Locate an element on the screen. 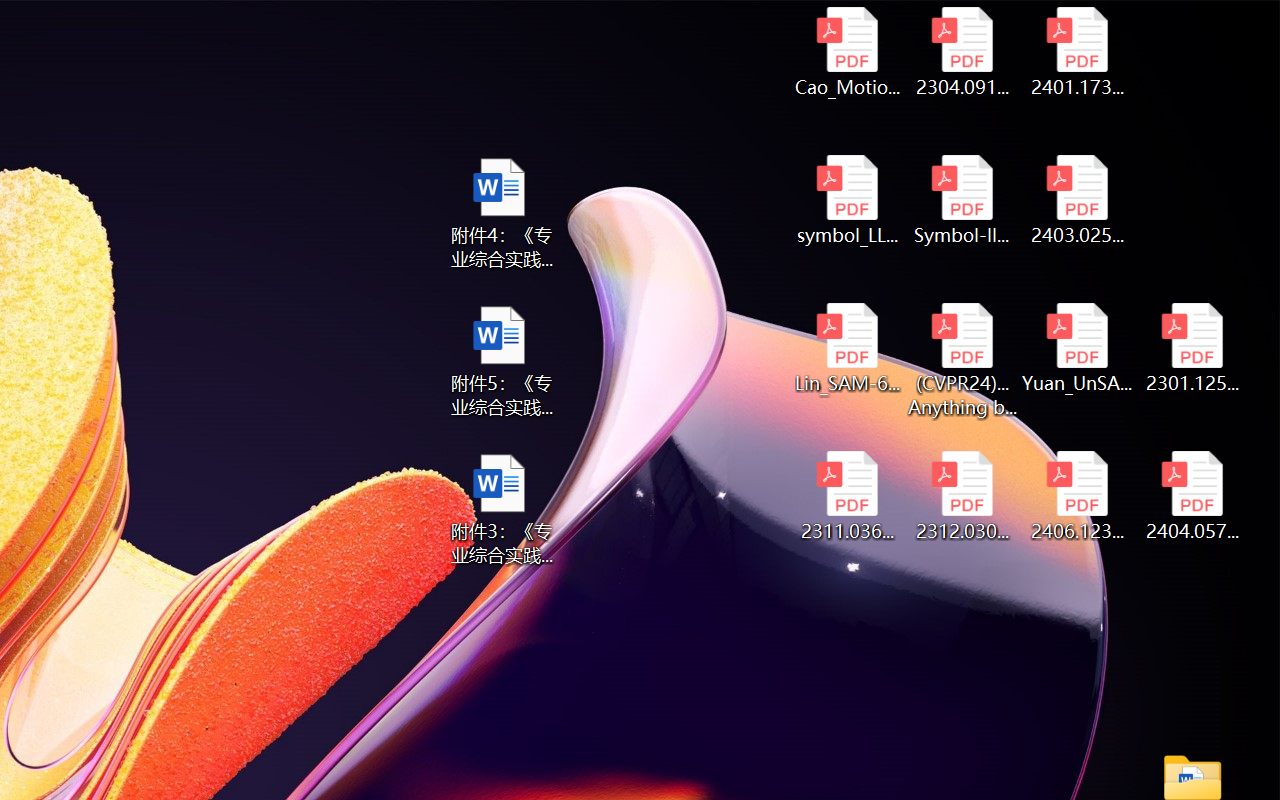 This screenshot has width=1280, height=800. 'symbol_LLM.pdf' is located at coordinates (847, 200).